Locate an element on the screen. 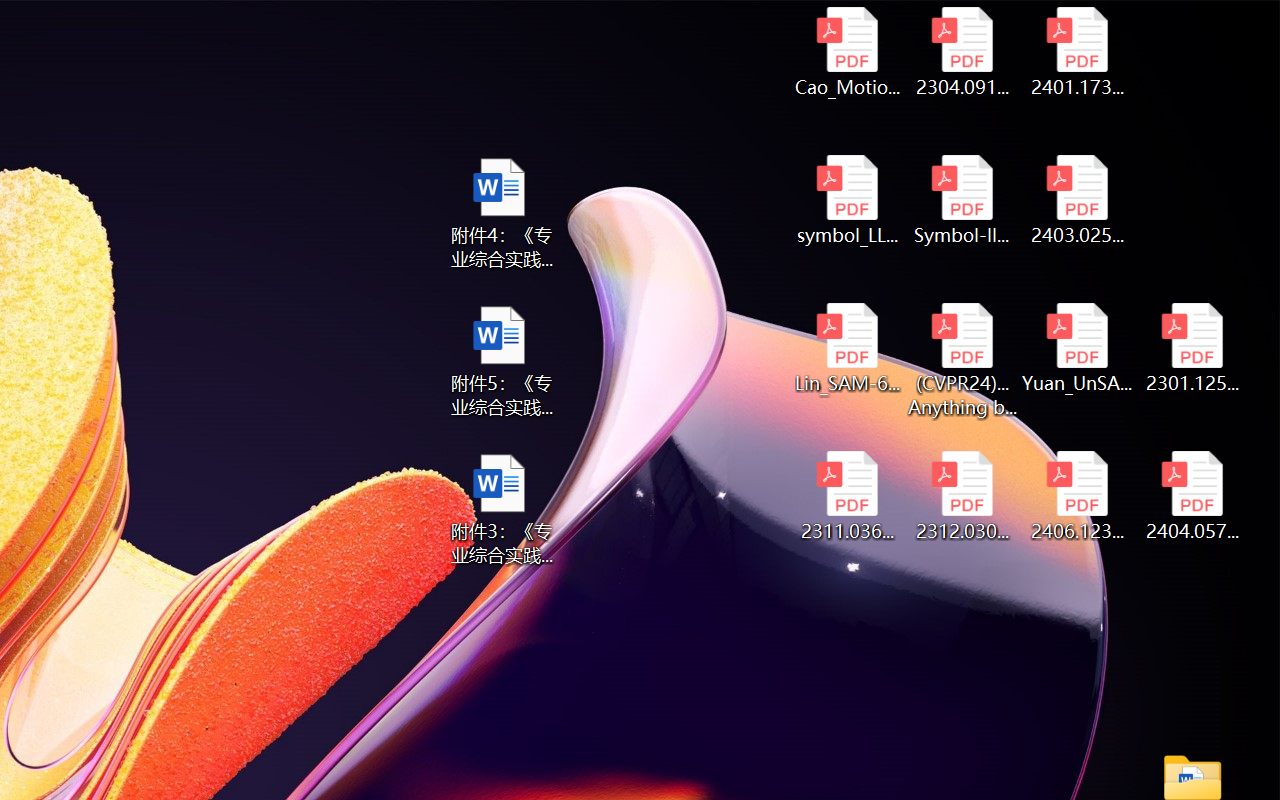 This screenshot has width=1280, height=800. 'symbol_LLM.pdf' is located at coordinates (847, 200).